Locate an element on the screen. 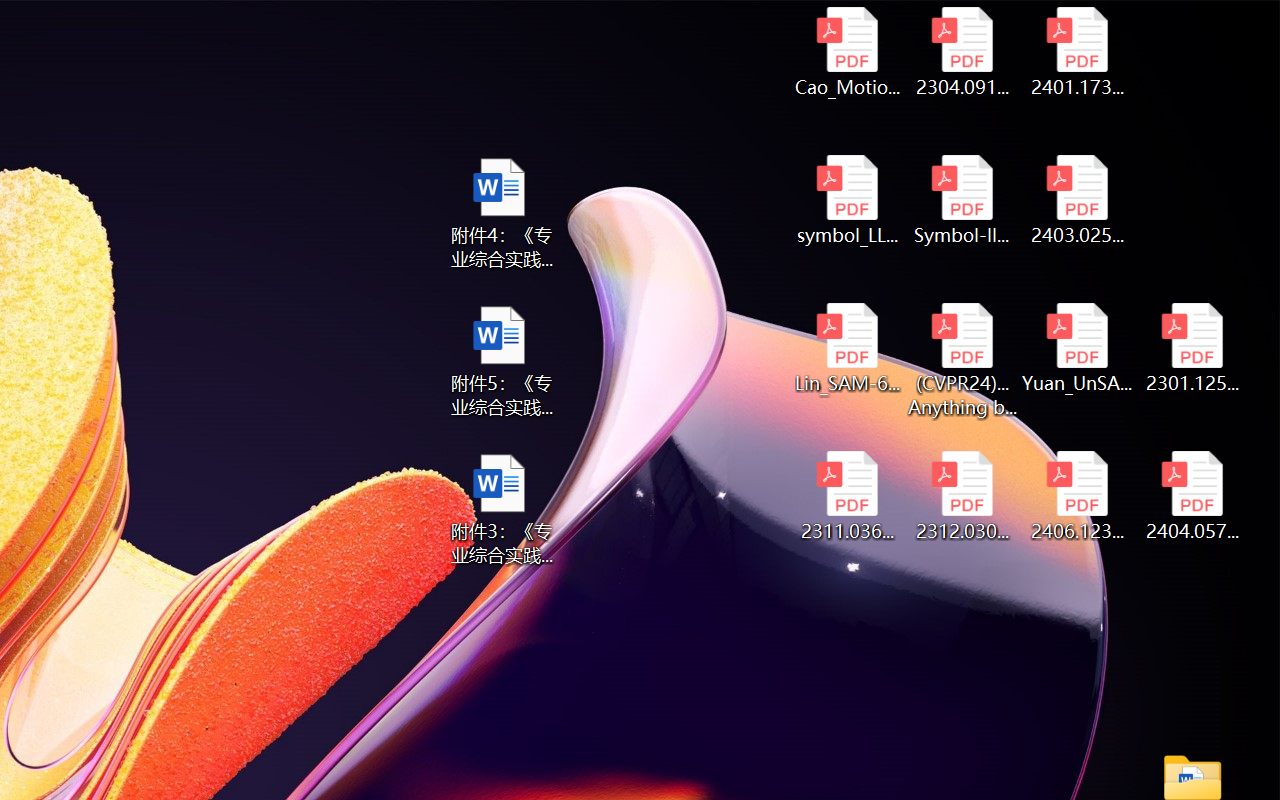 This screenshot has width=1280, height=800. 'symbol_LLM.pdf' is located at coordinates (847, 200).